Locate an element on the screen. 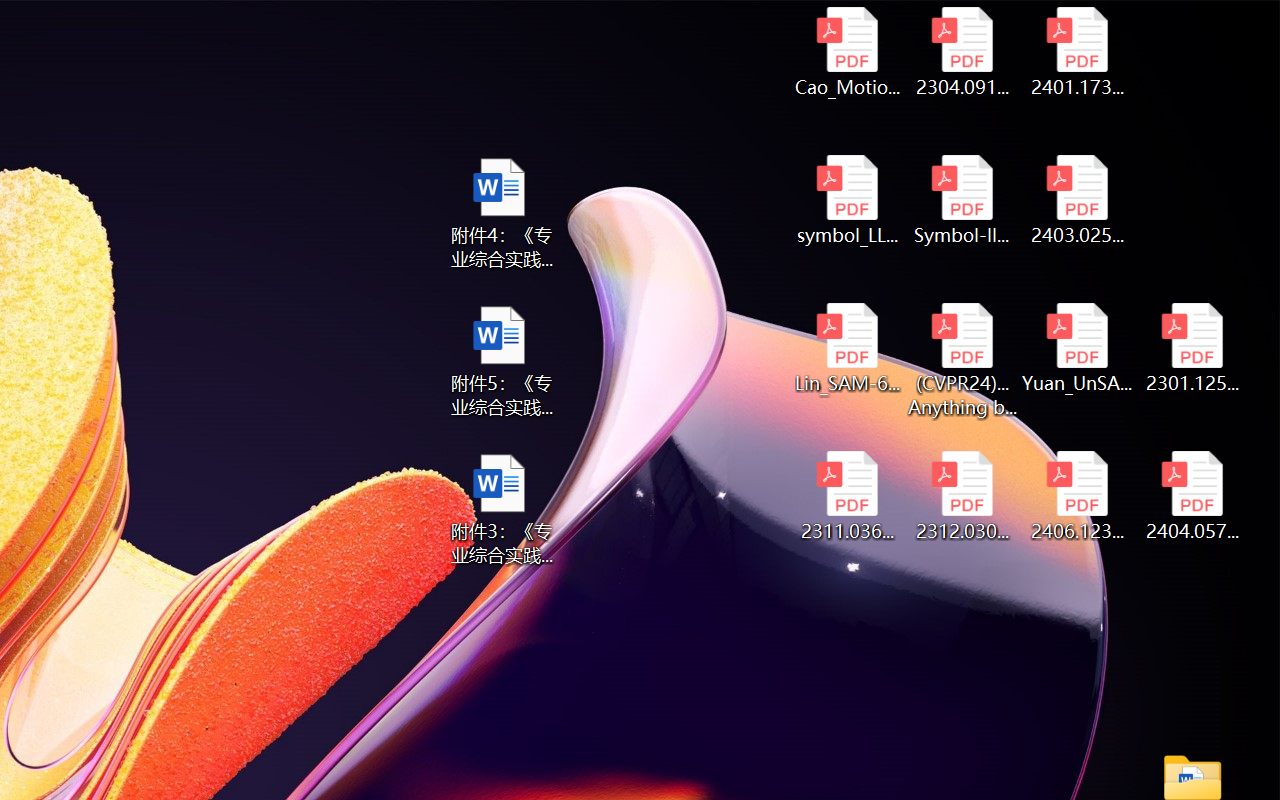 This screenshot has width=1280, height=800. 'symbol_LLM.pdf' is located at coordinates (847, 200).